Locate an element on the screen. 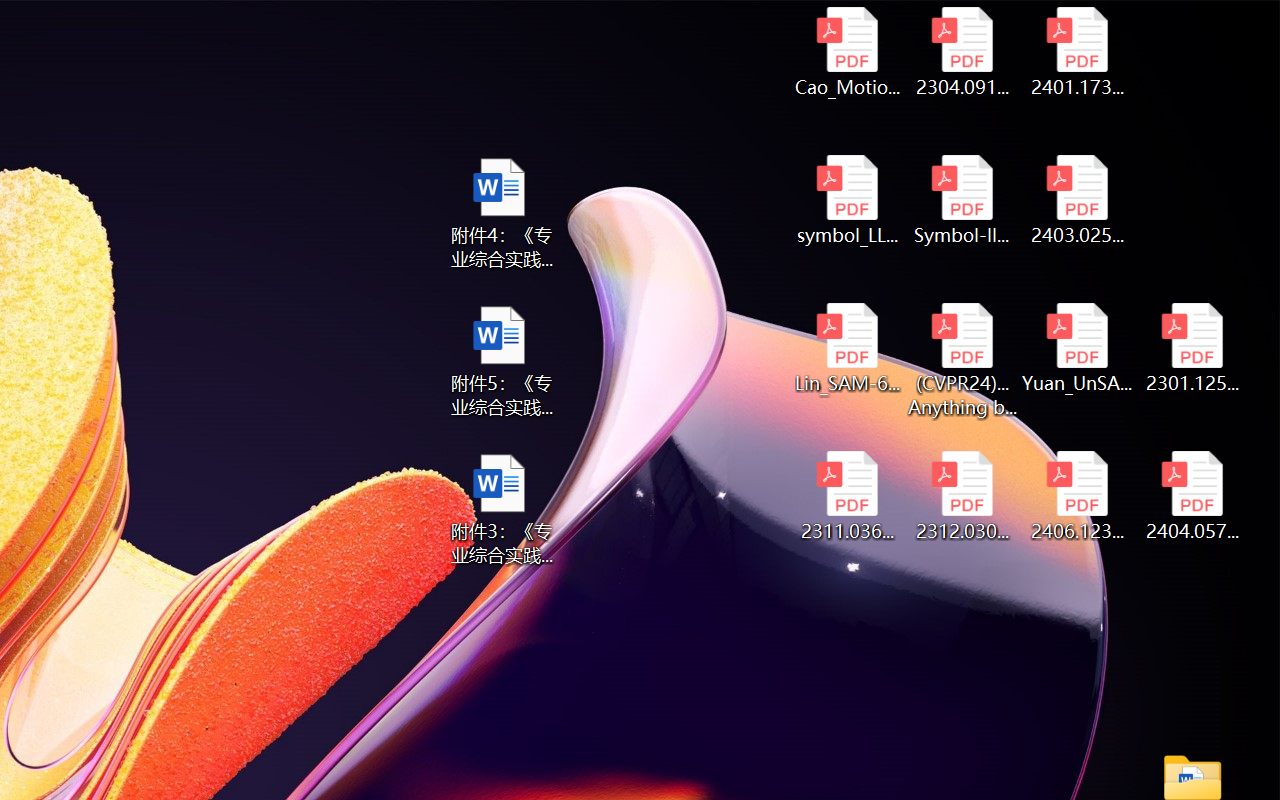 This screenshot has width=1280, height=800. 'symbol_LLM.pdf' is located at coordinates (847, 200).